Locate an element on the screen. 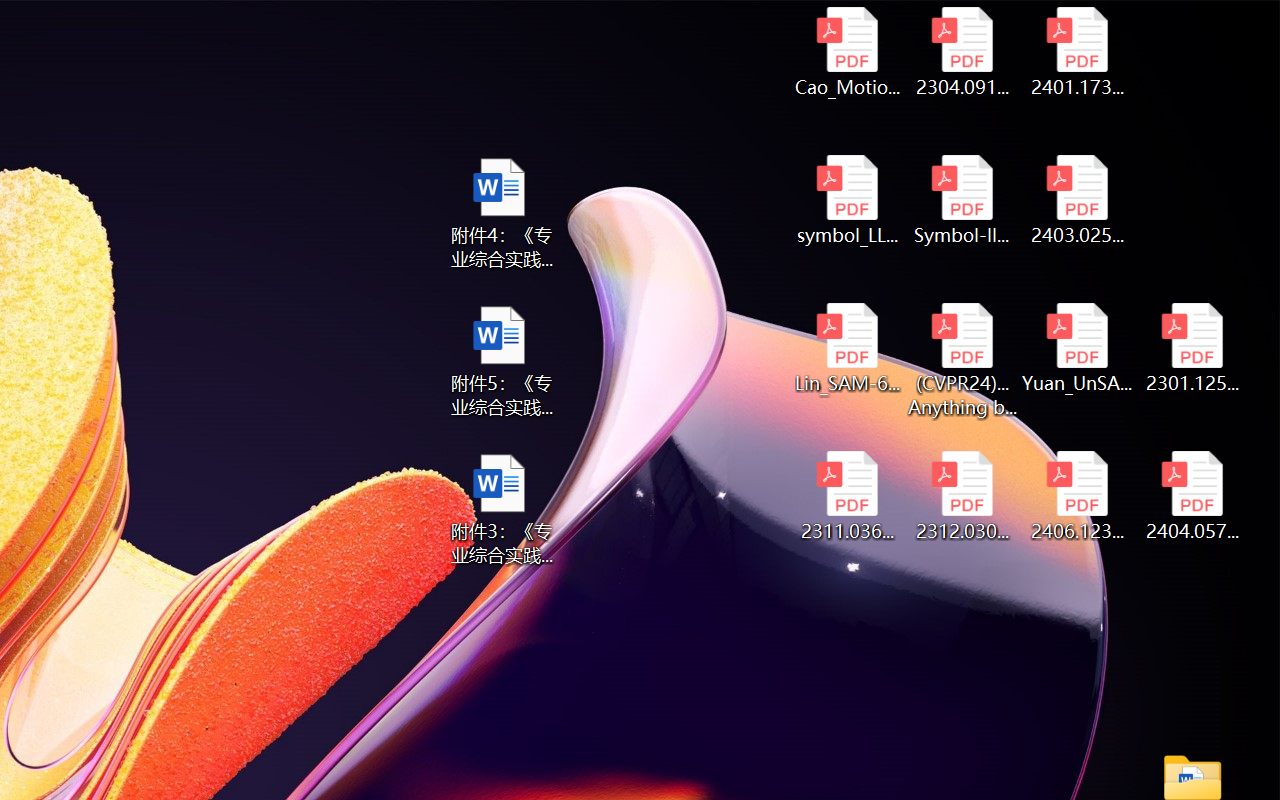 This screenshot has width=1280, height=800. 'symbol_LLM.pdf' is located at coordinates (847, 200).